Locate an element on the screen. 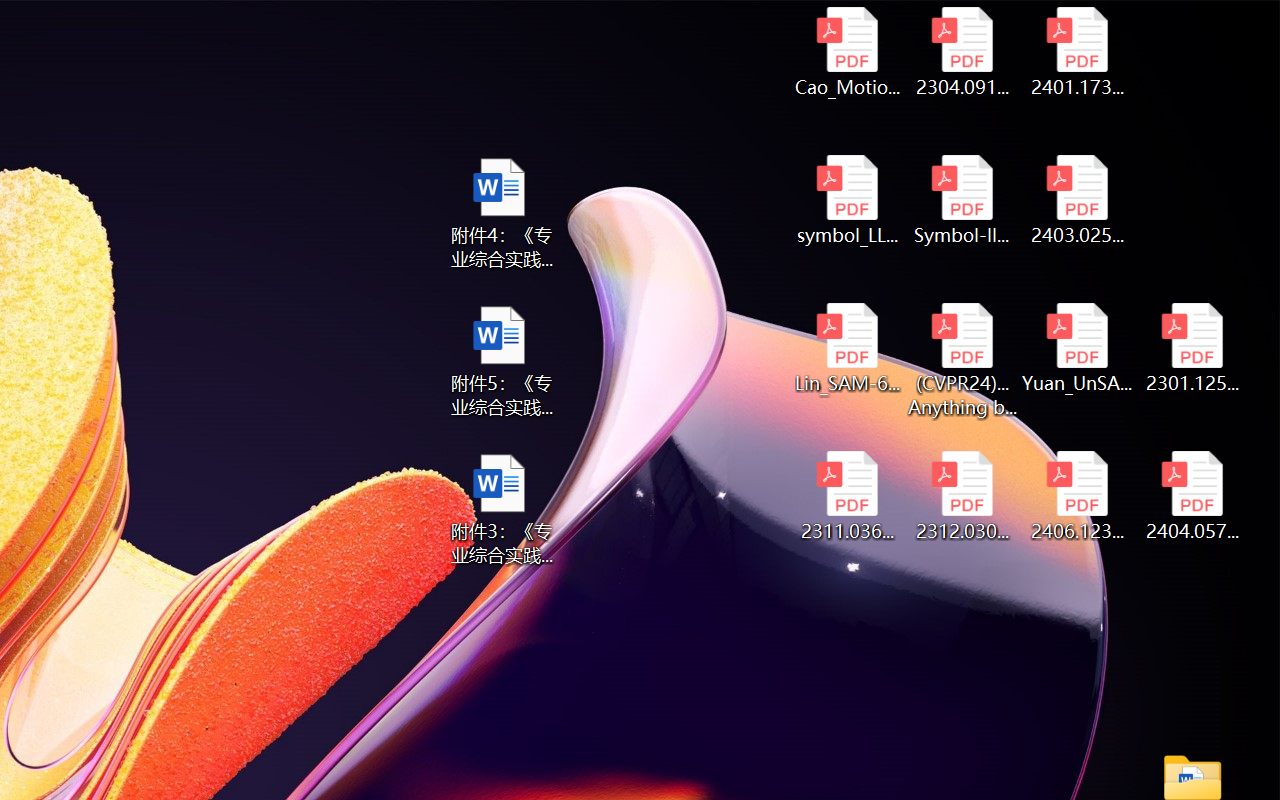 This screenshot has width=1280, height=800. 'symbol_LLM.pdf' is located at coordinates (847, 200).